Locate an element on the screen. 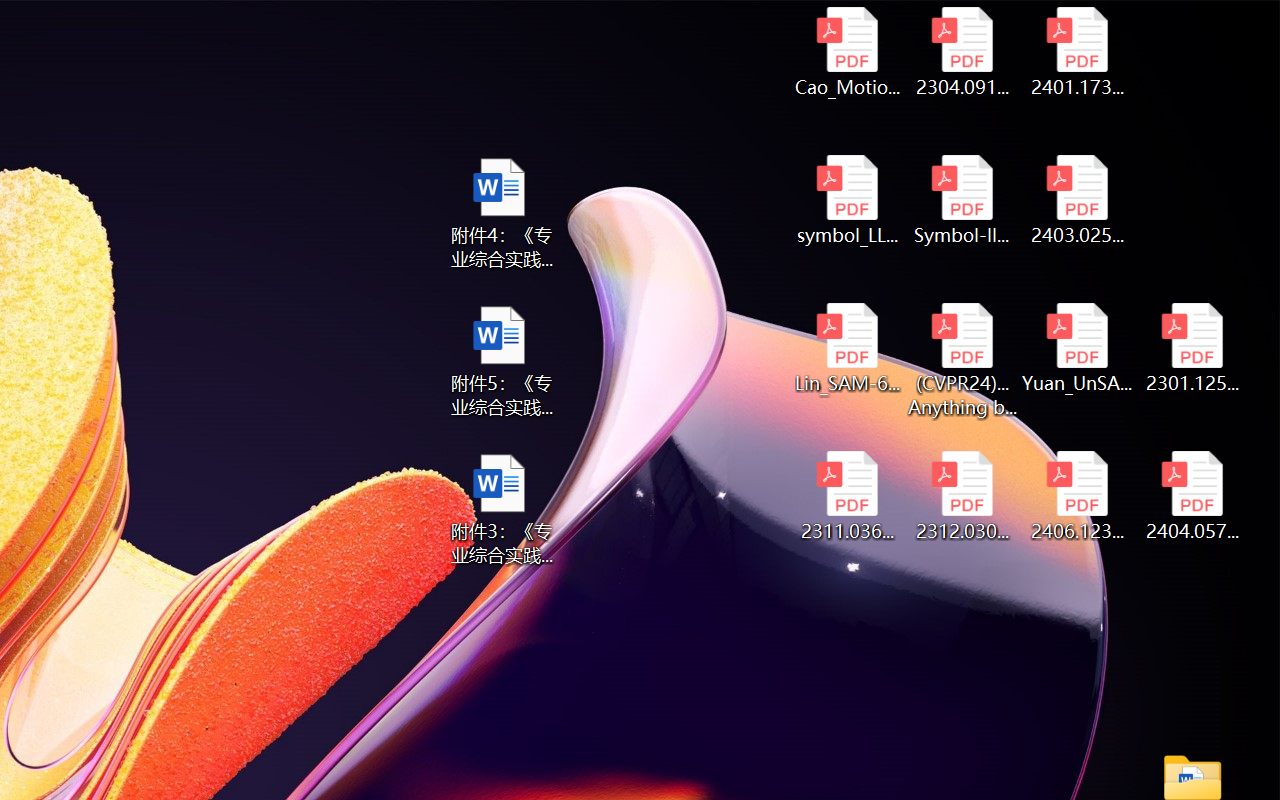 This screenshot has width=1280, height=800. 'symbol_LLM.pdf' is located at coordinates (847, 200).